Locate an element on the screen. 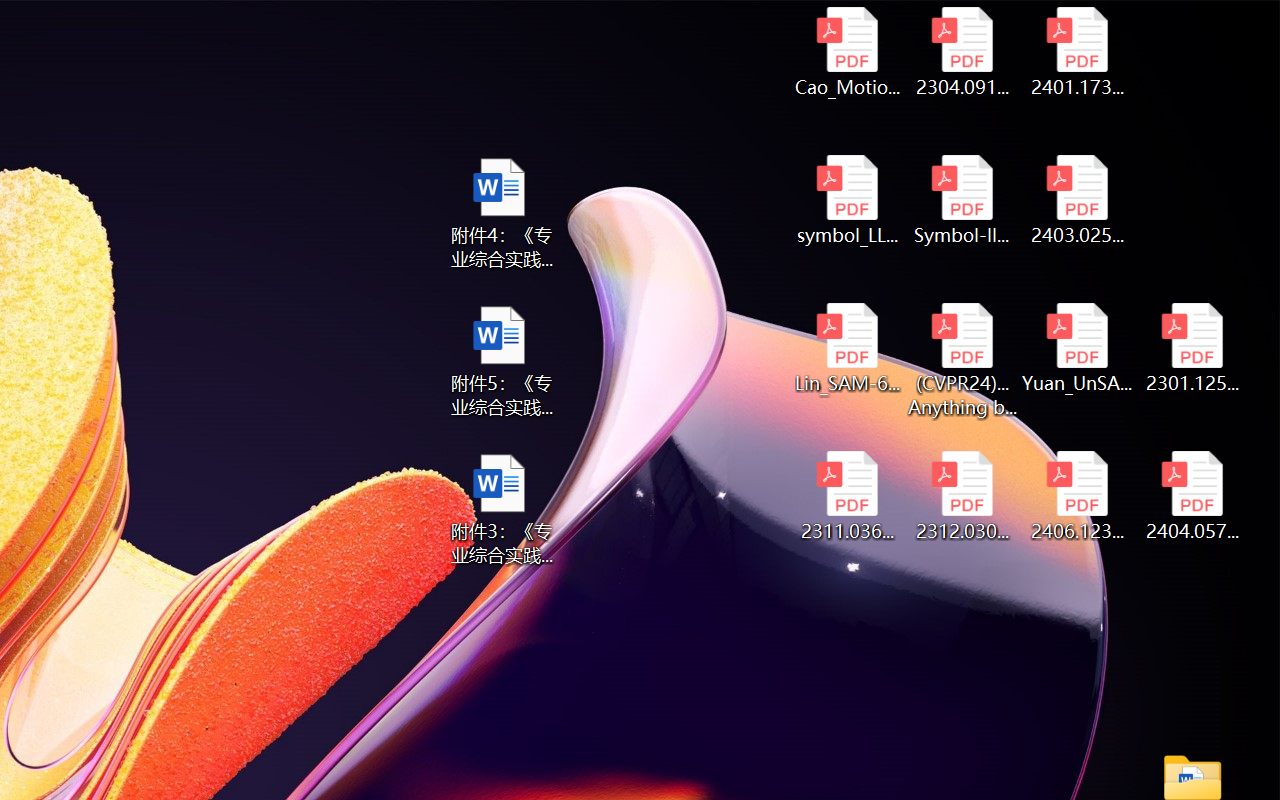 This screenshot has width=1280, height=800. 'symbol_LLM.pdf' is located at coordinates (847, 200).